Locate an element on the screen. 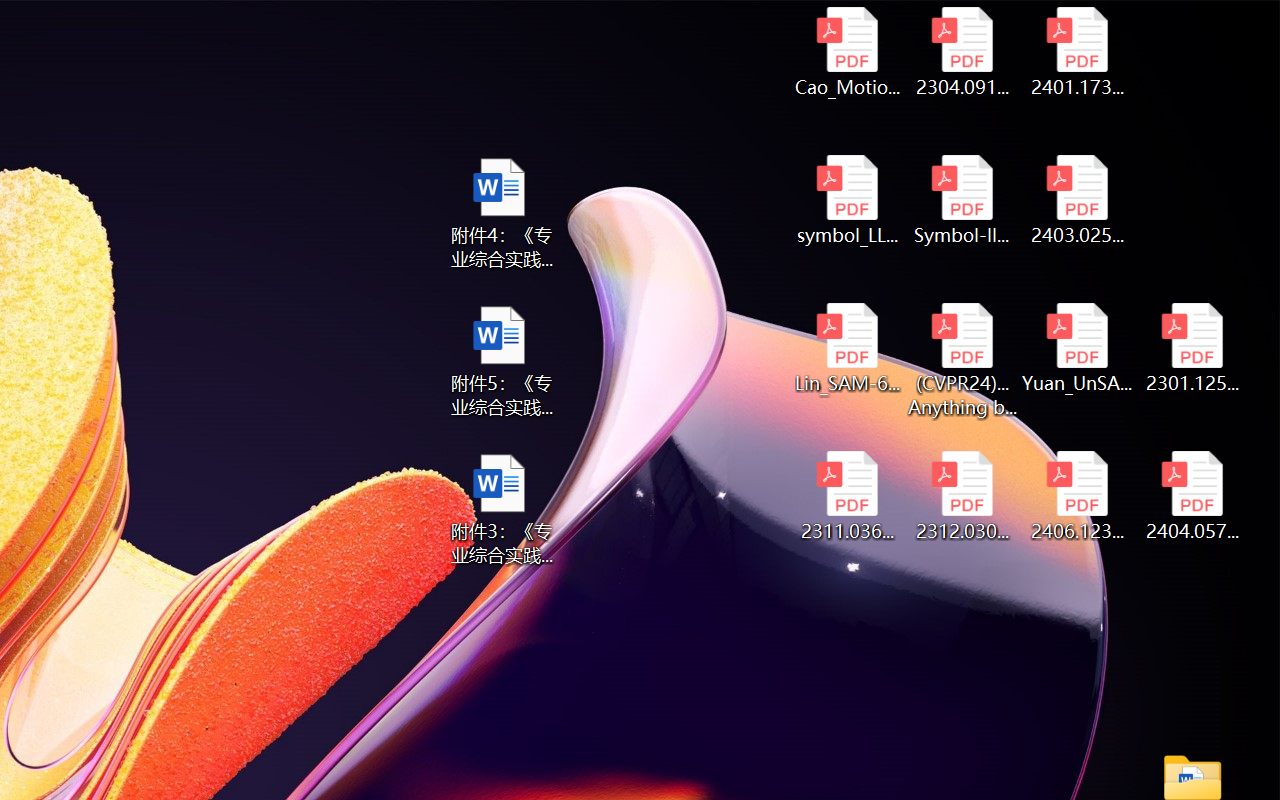 This screenshot has width=1280, height=800. 'symbol_LLM.pdf' is located at coordinates (847, 200).